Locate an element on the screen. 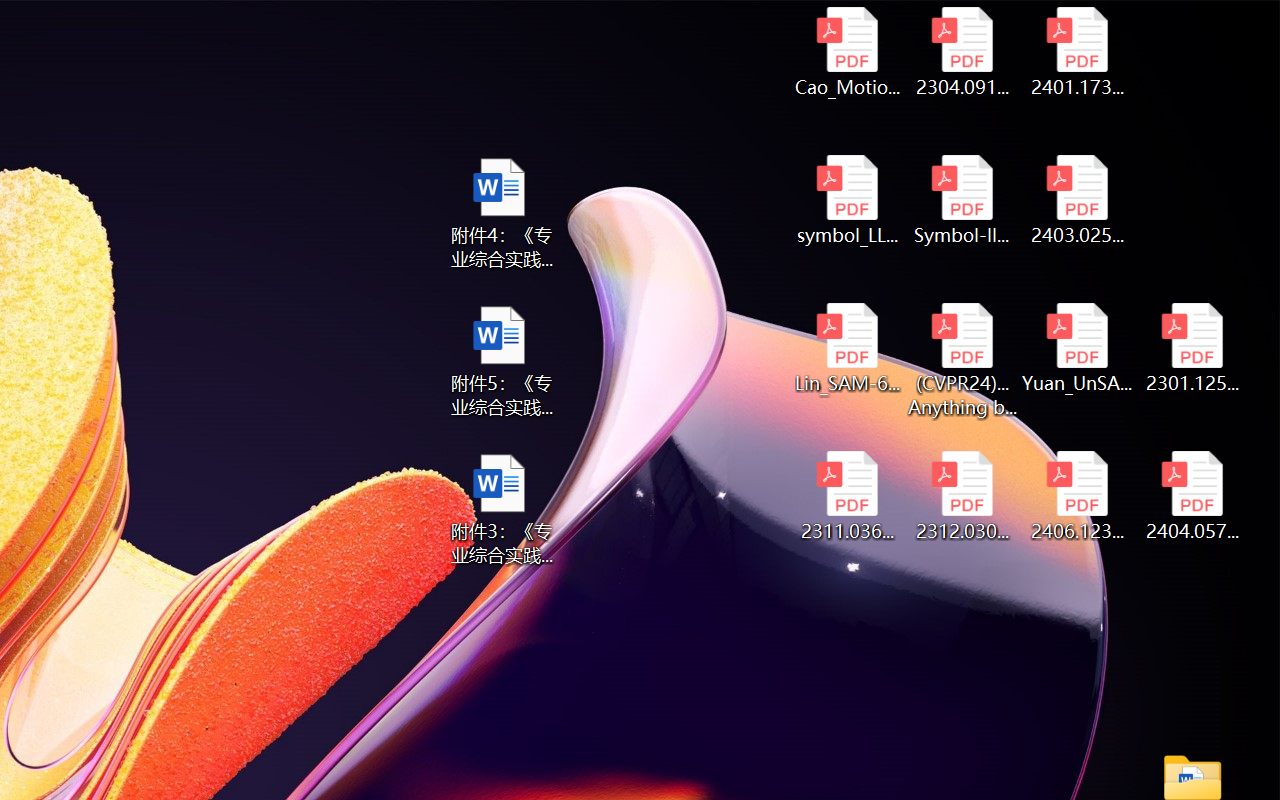 This screenshot has width=1280, height=800. 'symbol_LLM.pdf' is located at coordinates (847, 200).